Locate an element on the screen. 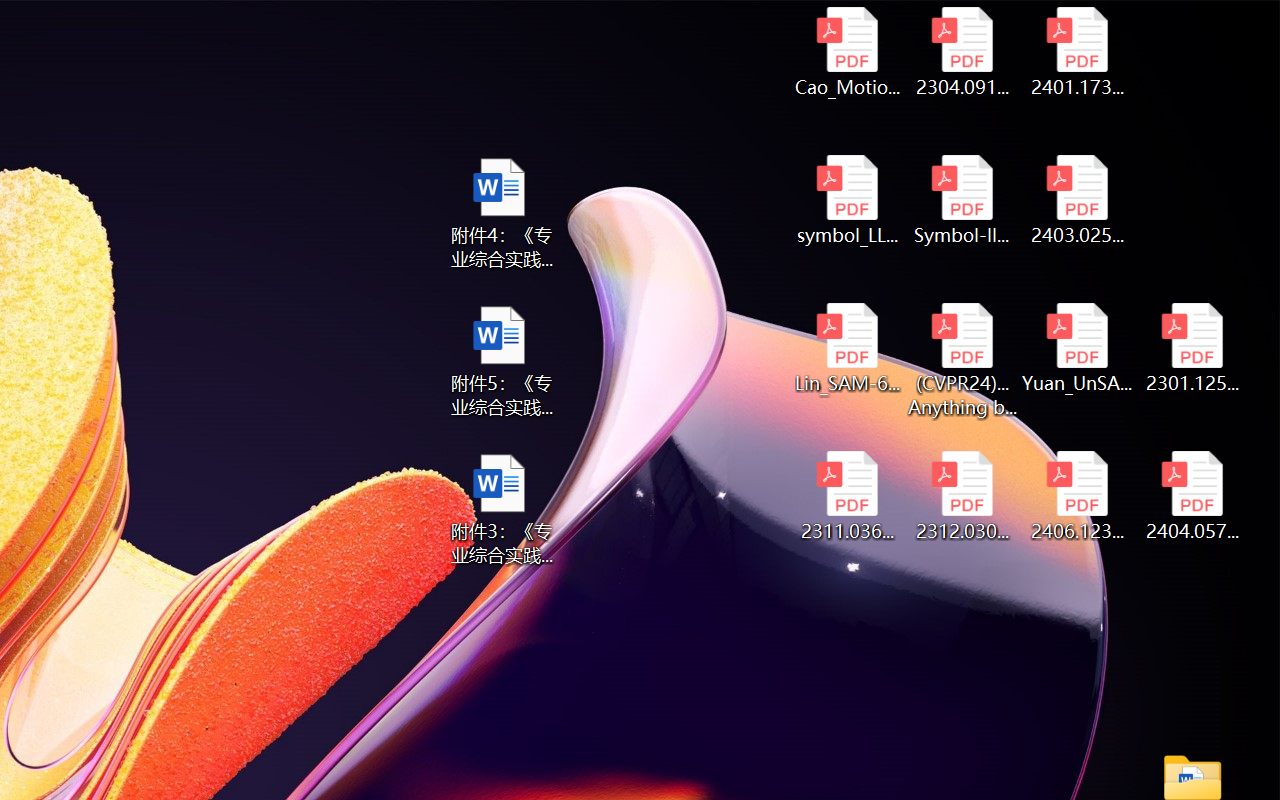 This screenshot has width=1280, height=800. 'symbol_LLM.pdf' is located at coordinates (847, 200).